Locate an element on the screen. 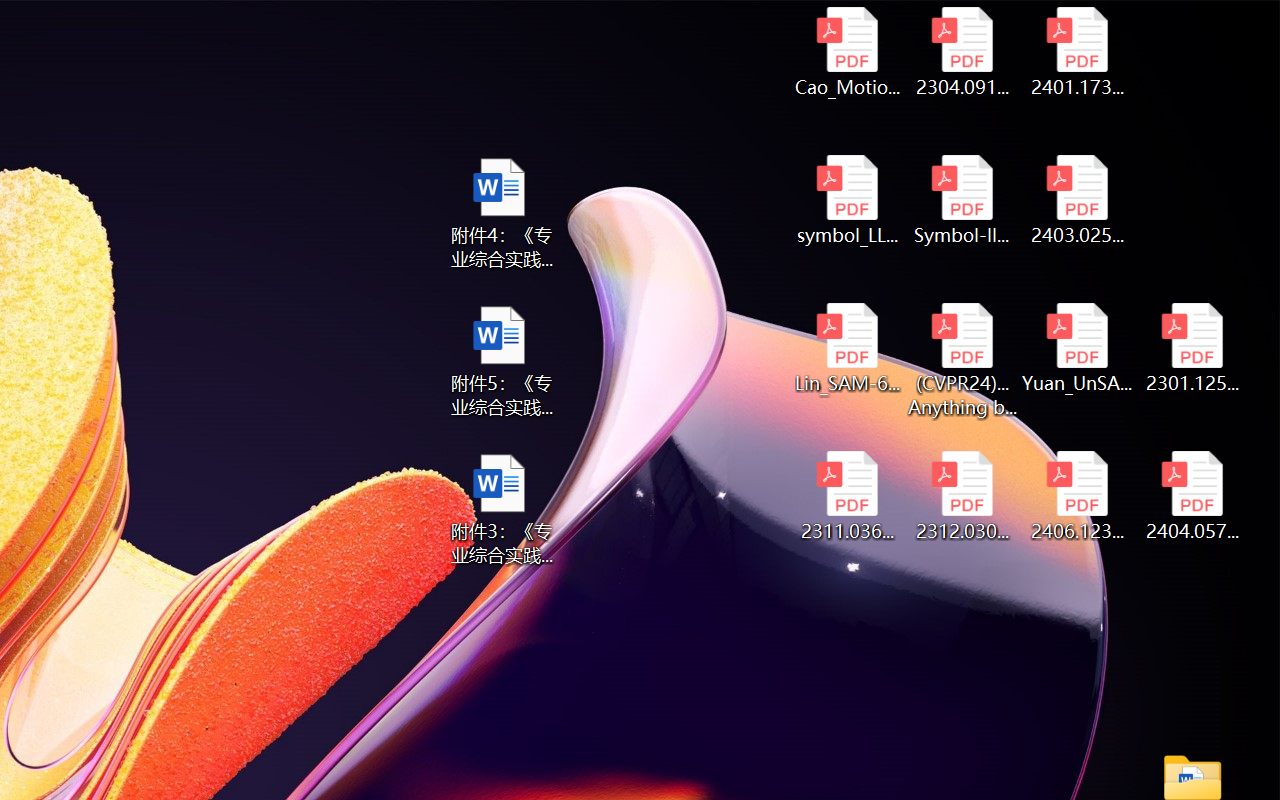 This screenshot has width=1280, height=800. 'symbol_LLM.pdf' is located at coordinates (847, 200).